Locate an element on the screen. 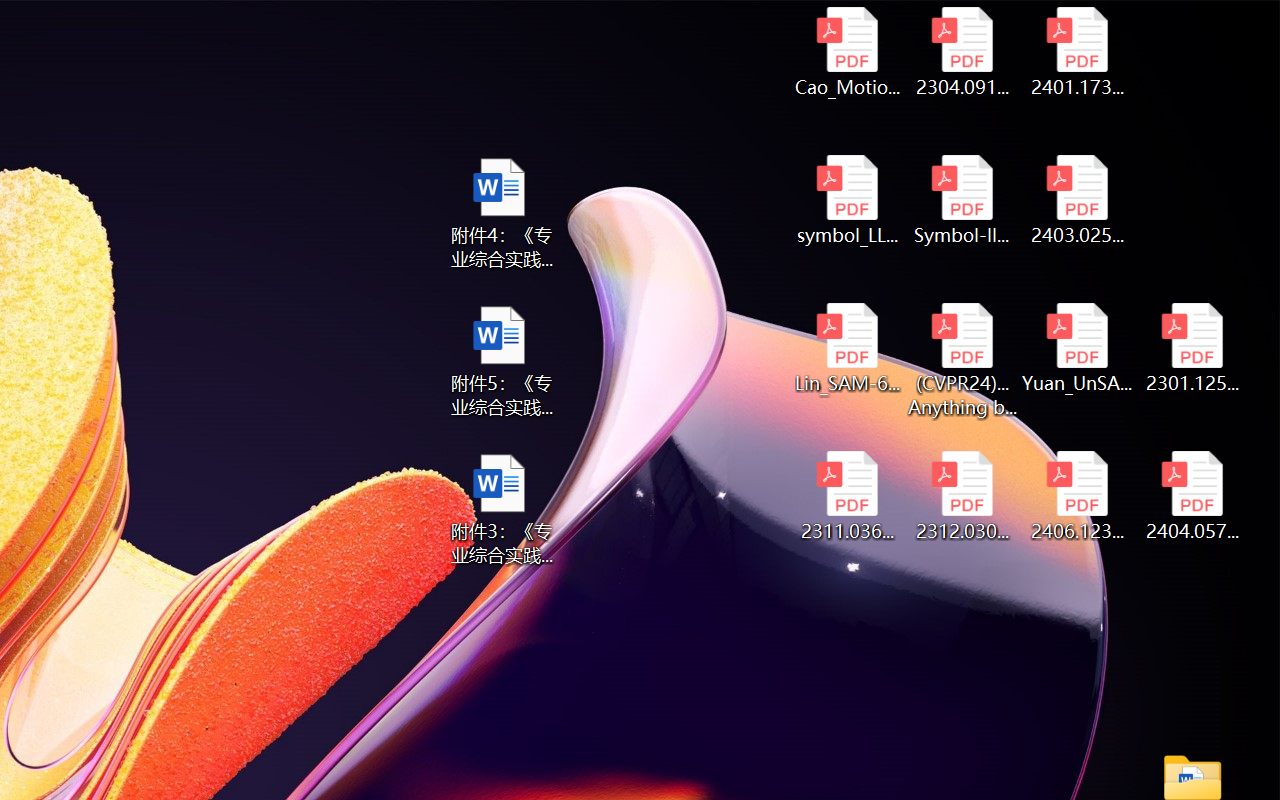 This screenshot has width=1280, height=800. 'symbol_LLM.pdf' is located at coordinates (847, 200).